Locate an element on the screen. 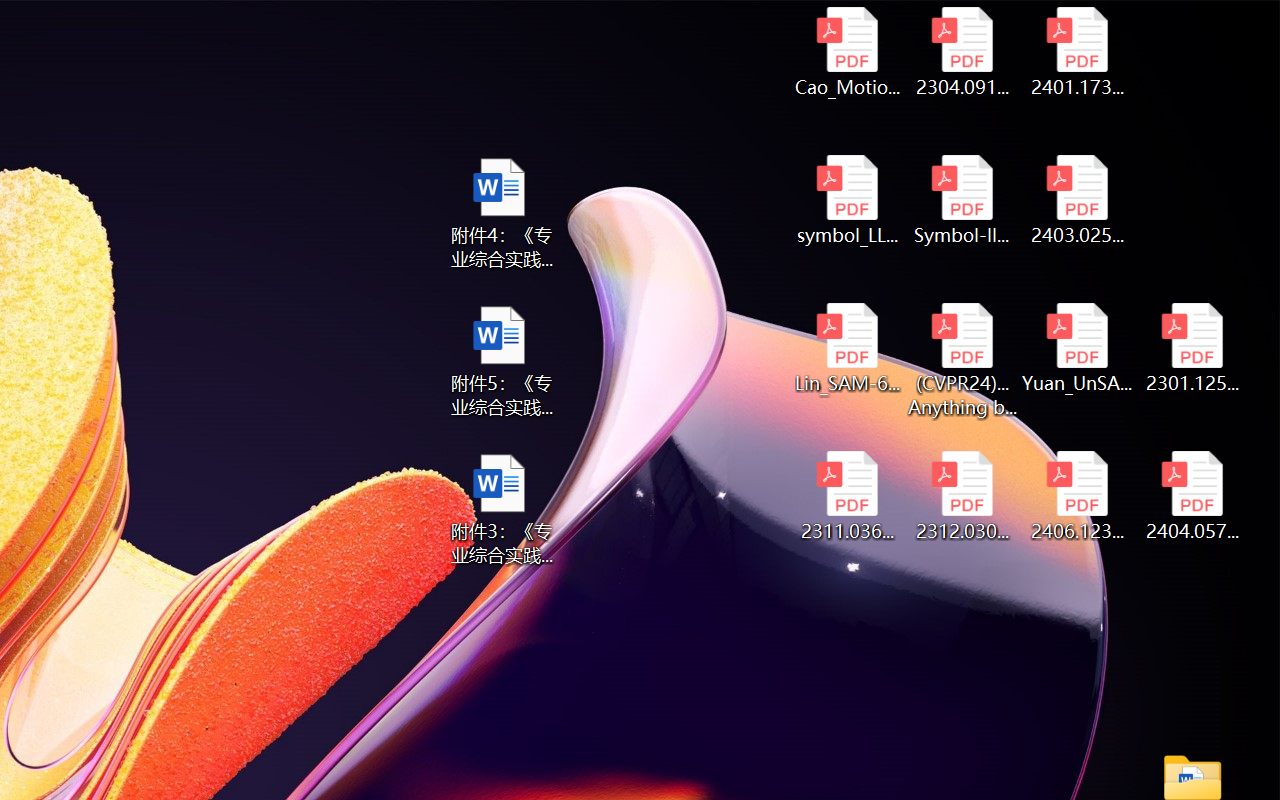 This screenshot has width=1280, height=800. 'symbol_LLM.pdf' is located at coordinates (847, 200).